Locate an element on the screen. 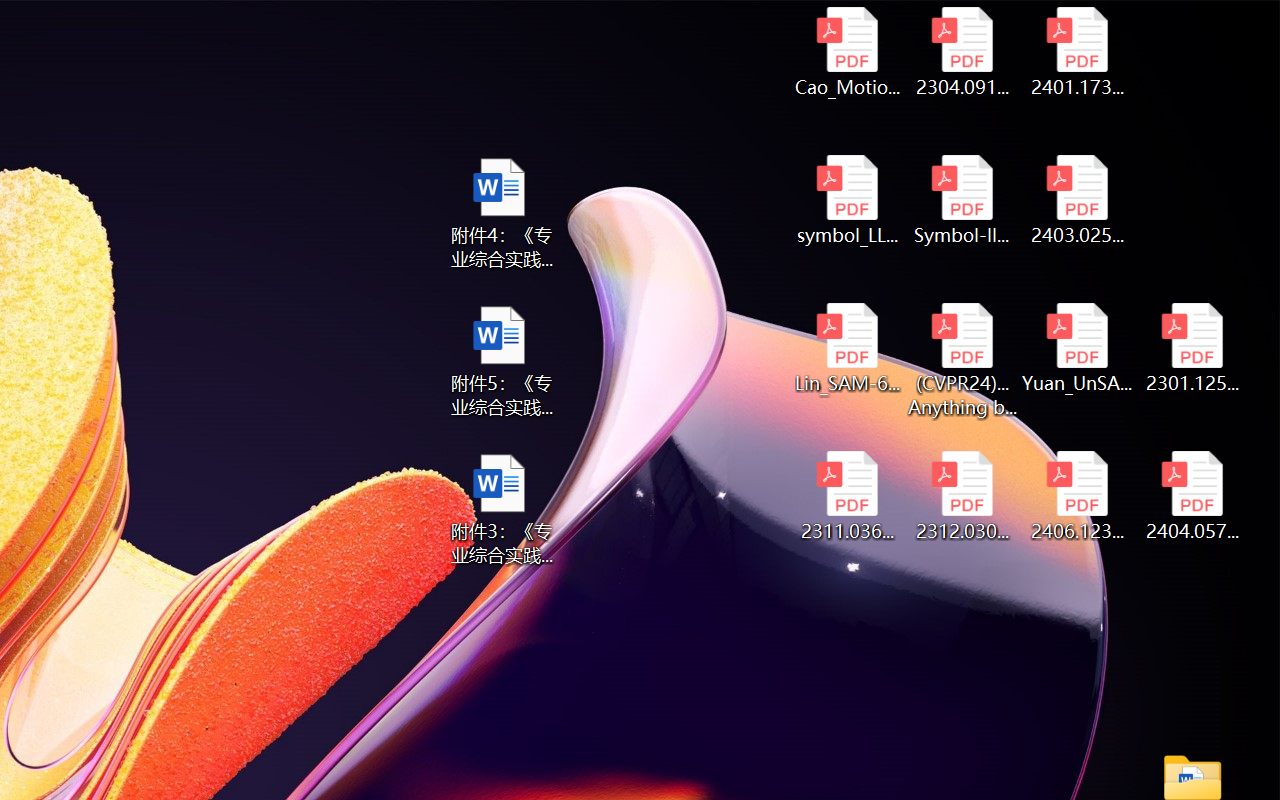 This screenshot has width=1280, height=800. 'symbol_LLM.pdf' is located at coordinates (847, 200).